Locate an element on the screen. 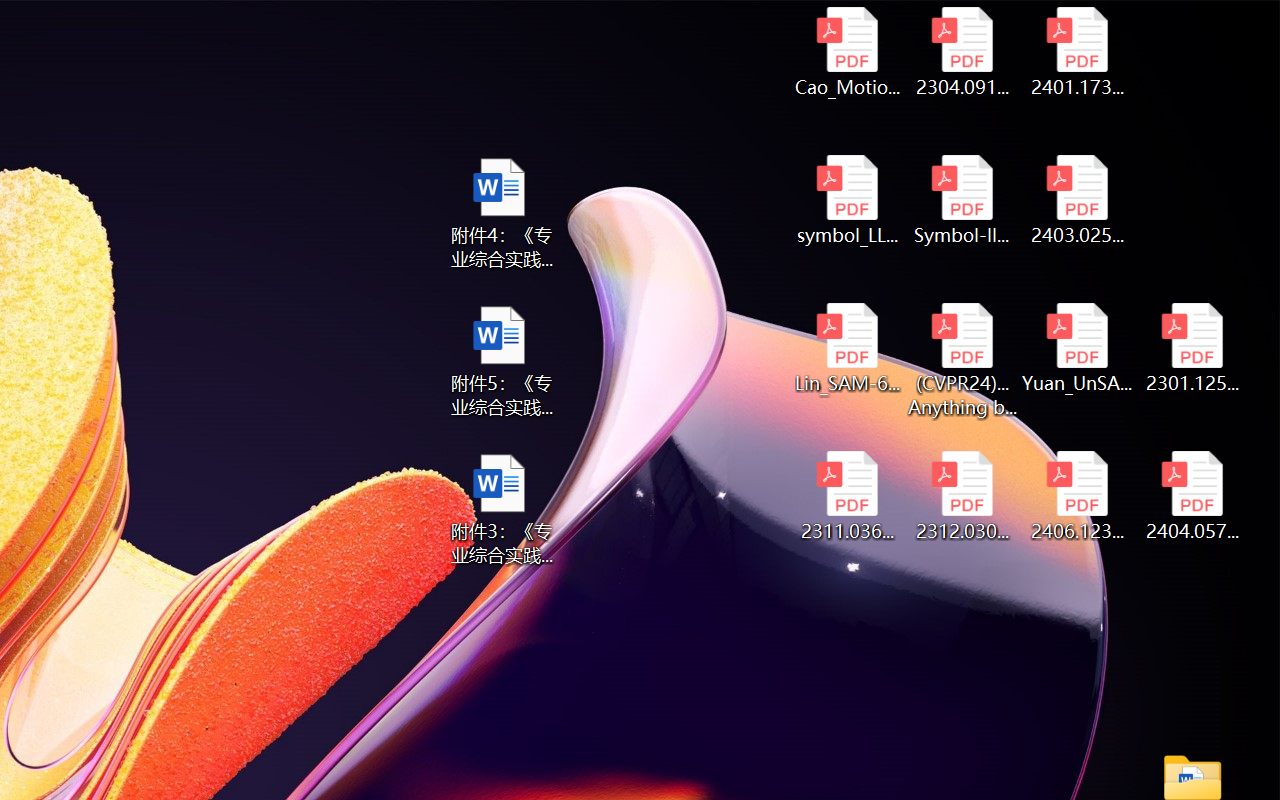 This screenshot has width=1280, height=800. 'symbol_LLM.pdf' is located at coordinates (847, 200).